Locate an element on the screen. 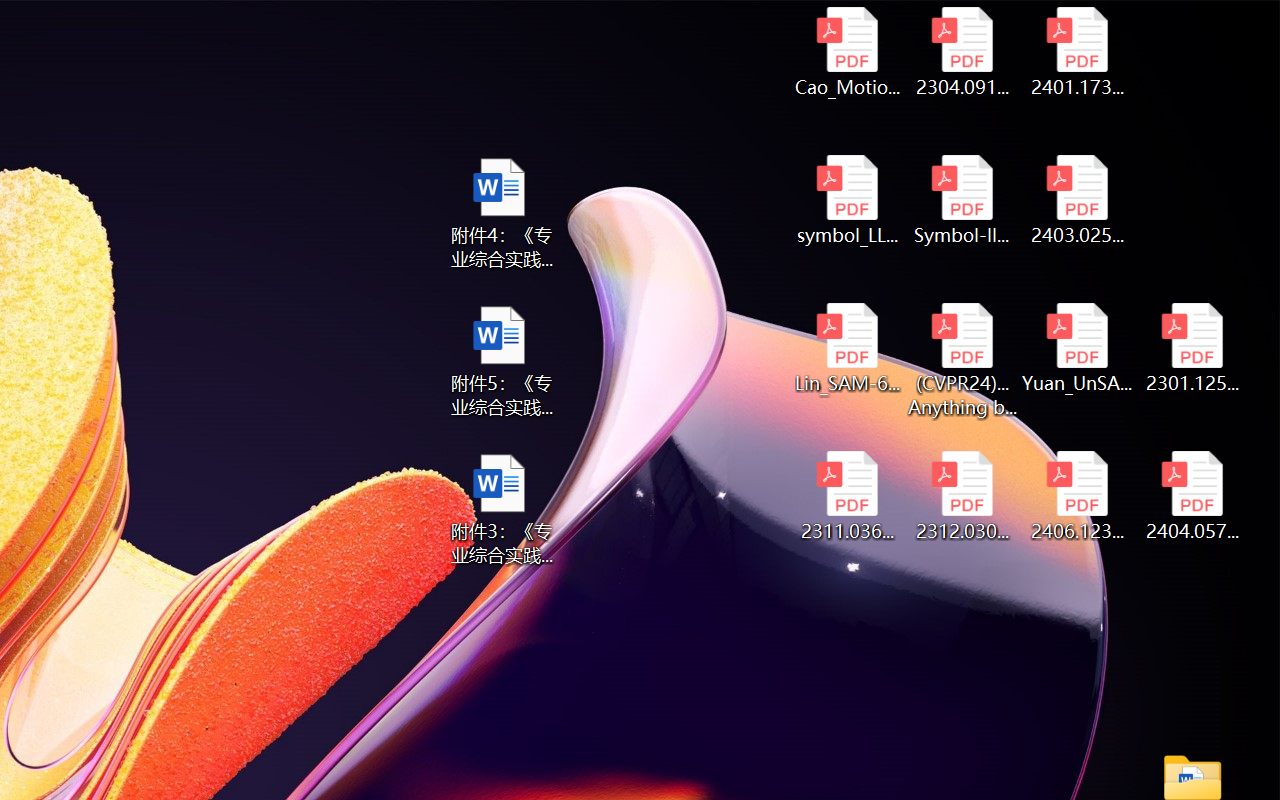 This screenshot has width=1280, height=800. 'symbol_LLM.pdf' is located at coordinates (847, 200).